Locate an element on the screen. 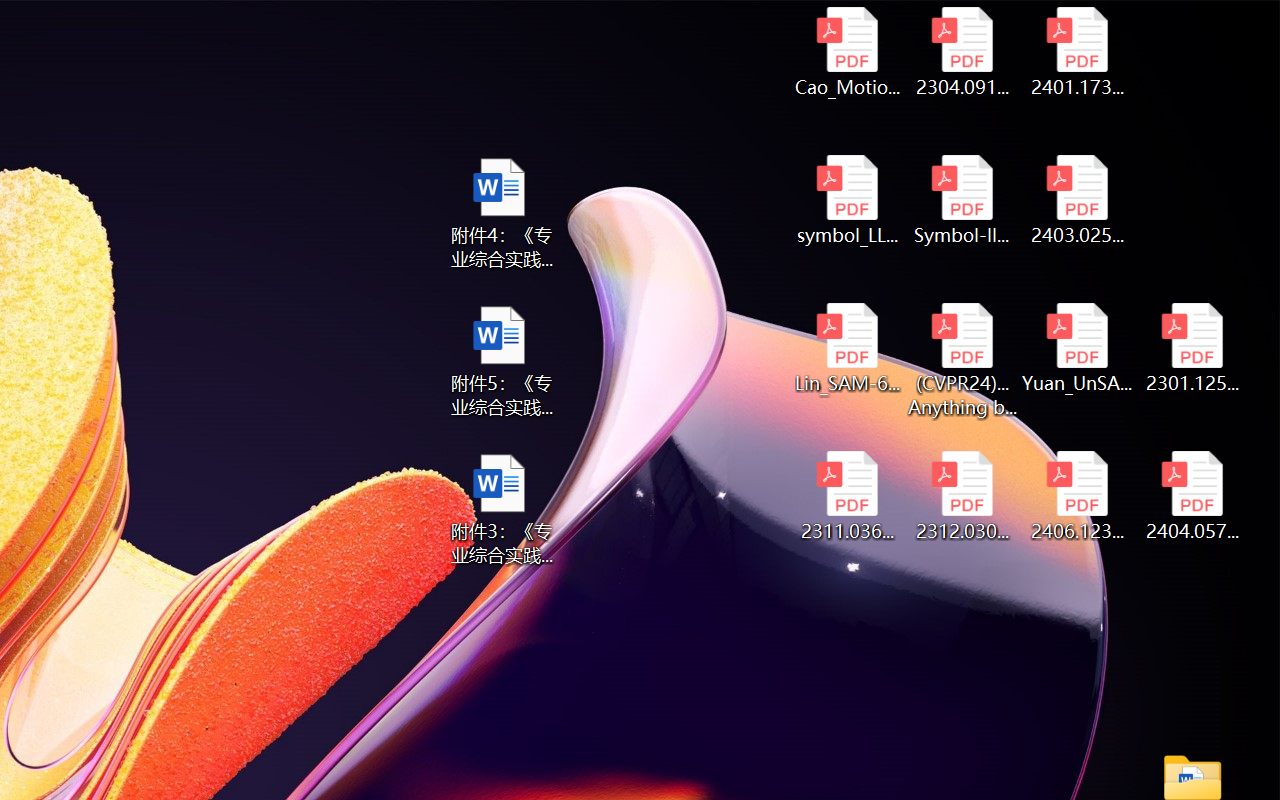 This screenshot has width=1280, height=800. 'symbol_LLM.pdf' is located at coordinates (847, 200).